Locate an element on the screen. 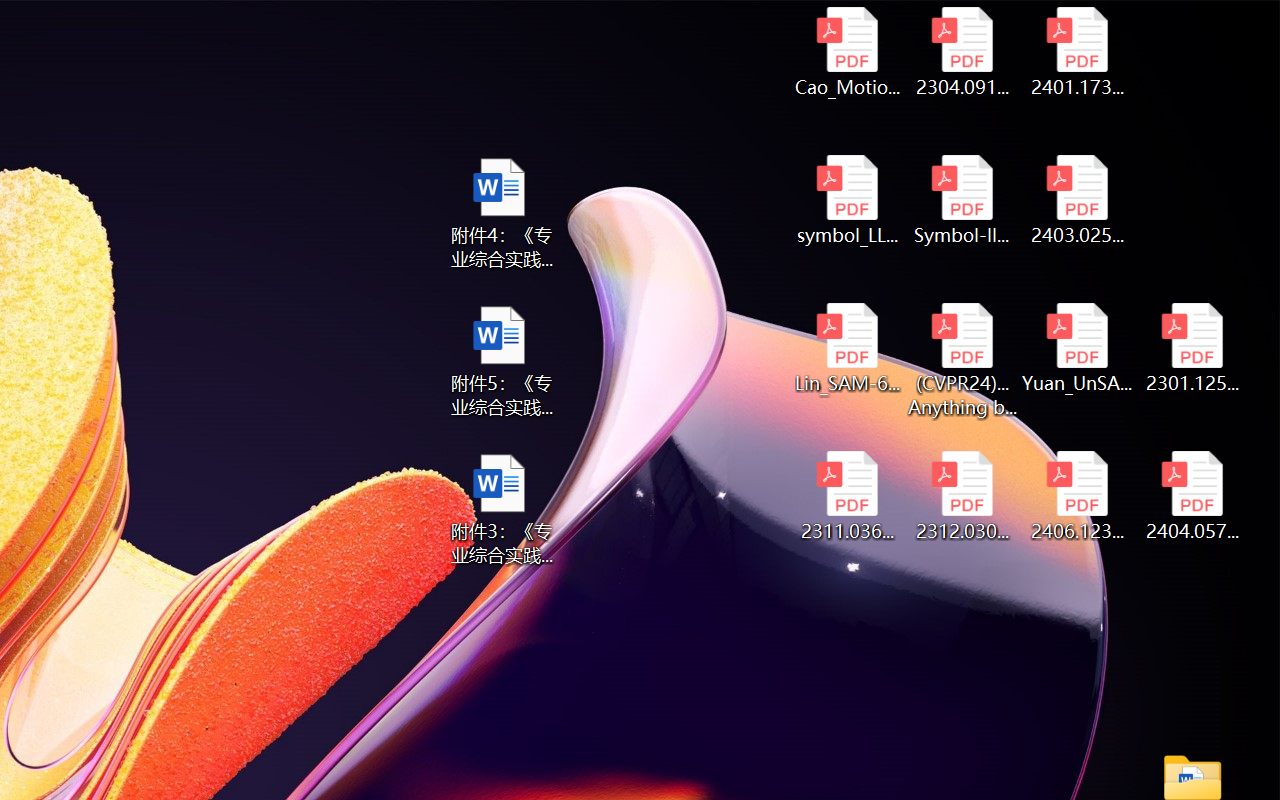 This screenshot has width=1280, height=800. 'symbol_LLM.pdf' is located at coordinates (847, 200).